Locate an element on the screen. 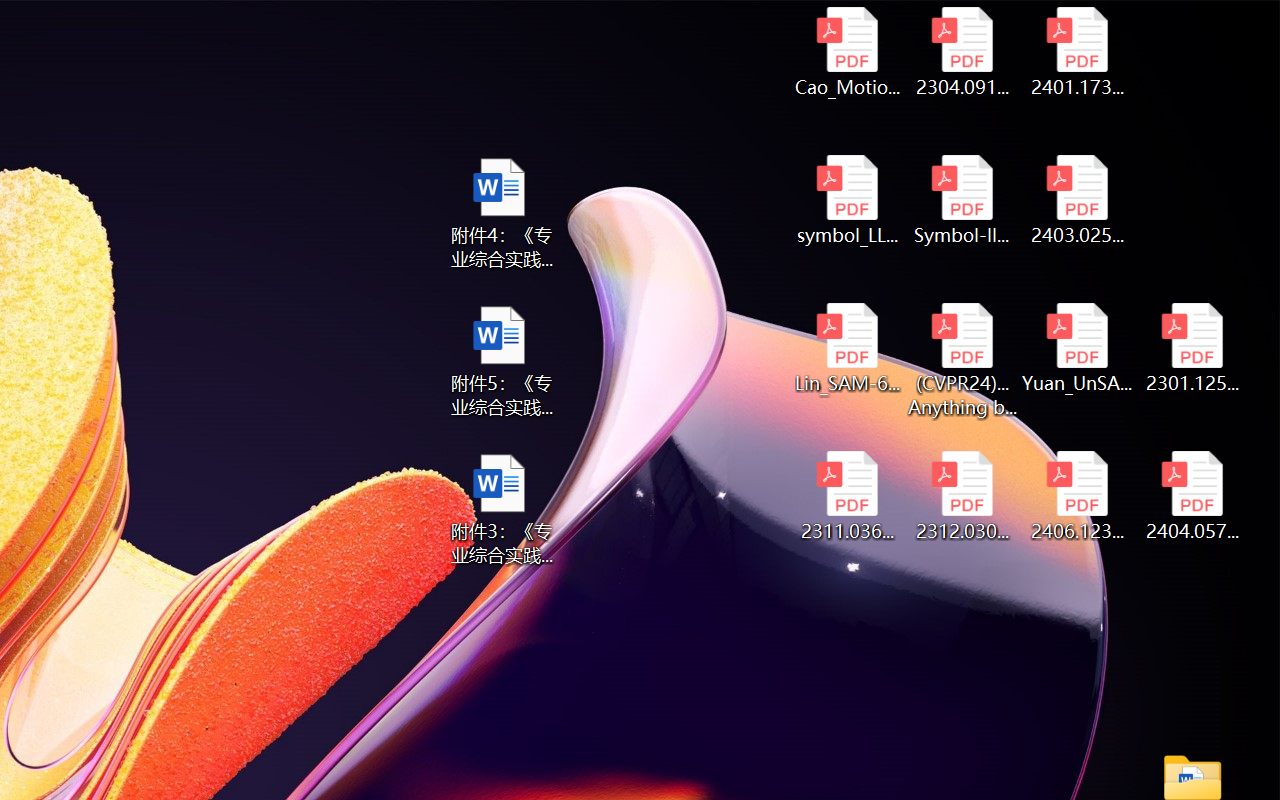 This screenshot has width=1280, height=800. 'symbol_LLM.pdf' is located at coordinates (847, 200).